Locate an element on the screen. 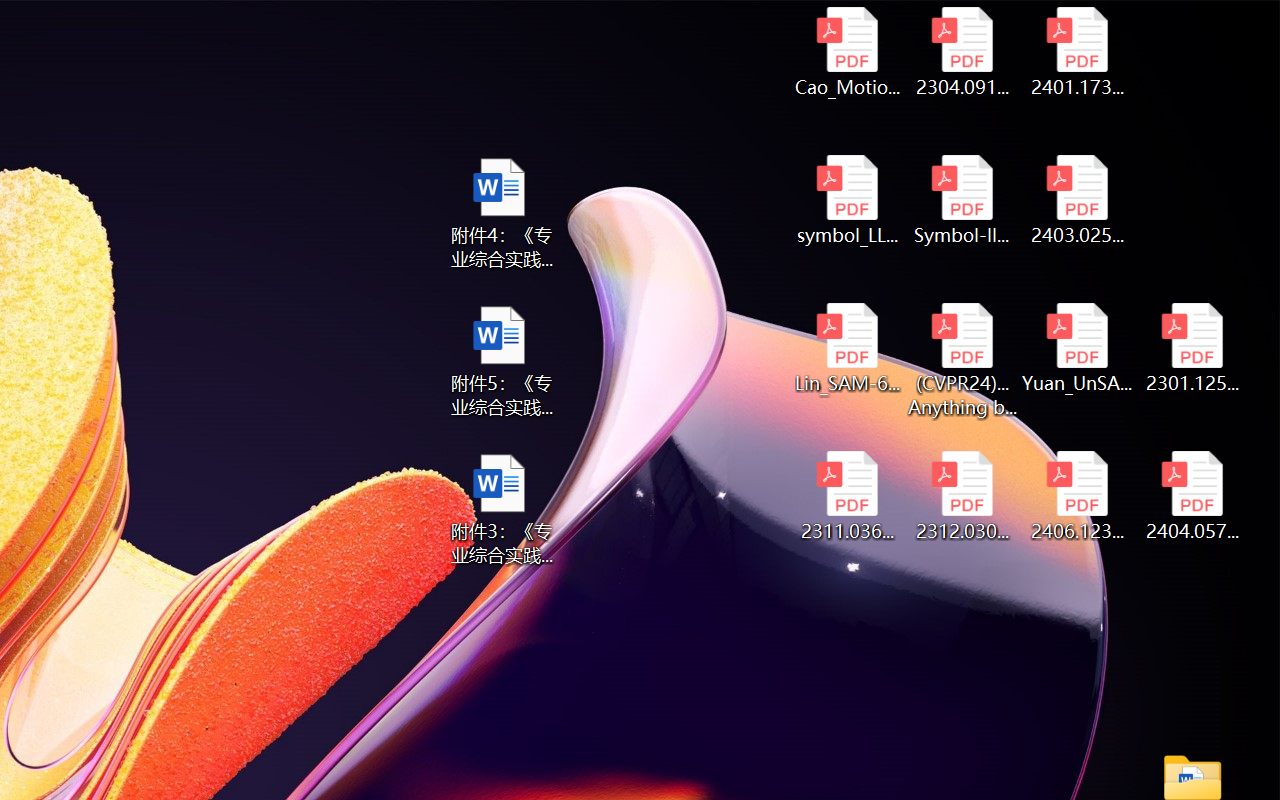 This screenshot has width=1280, height=800. 'symbol_LLM.pdf' is located at coordinates (847, 200).